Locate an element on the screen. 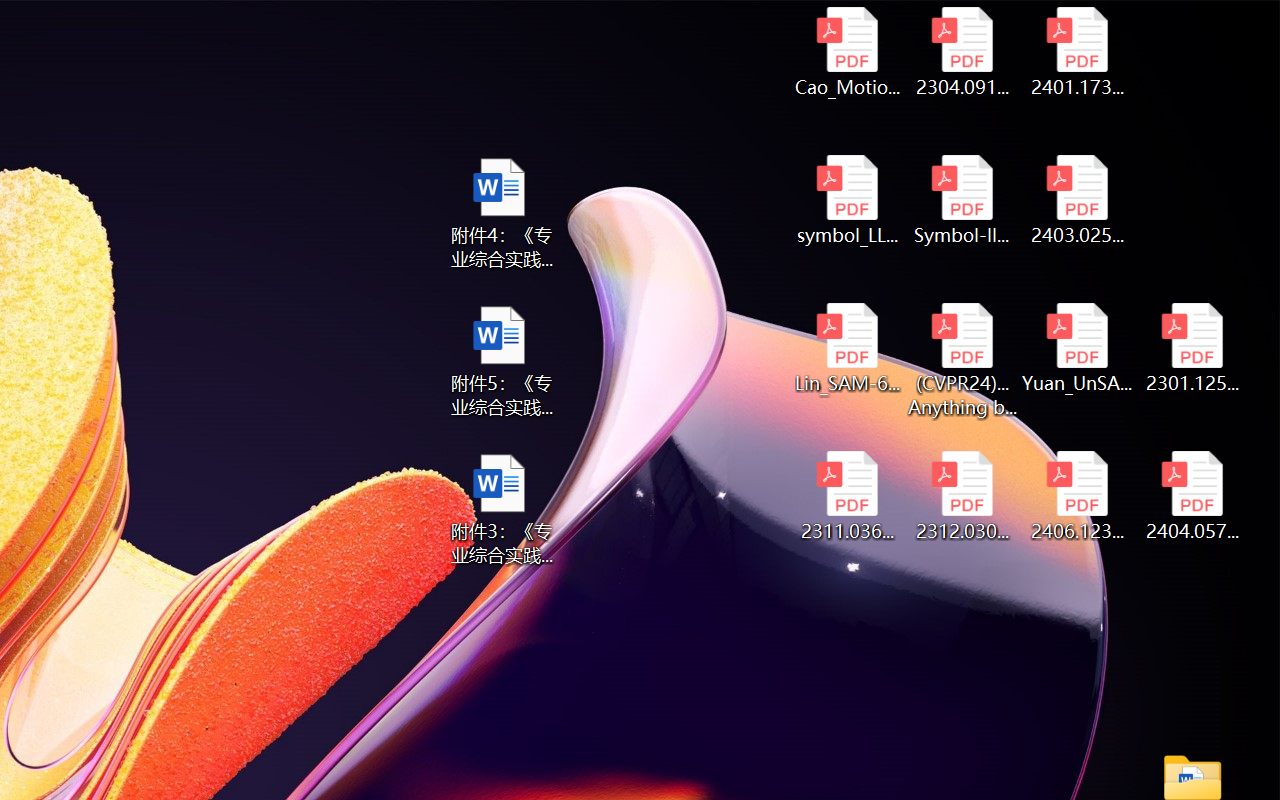 This screenshot has width=1280, height=800. 'symbol_LLM.pdf' is located at coordinates (847, 200).